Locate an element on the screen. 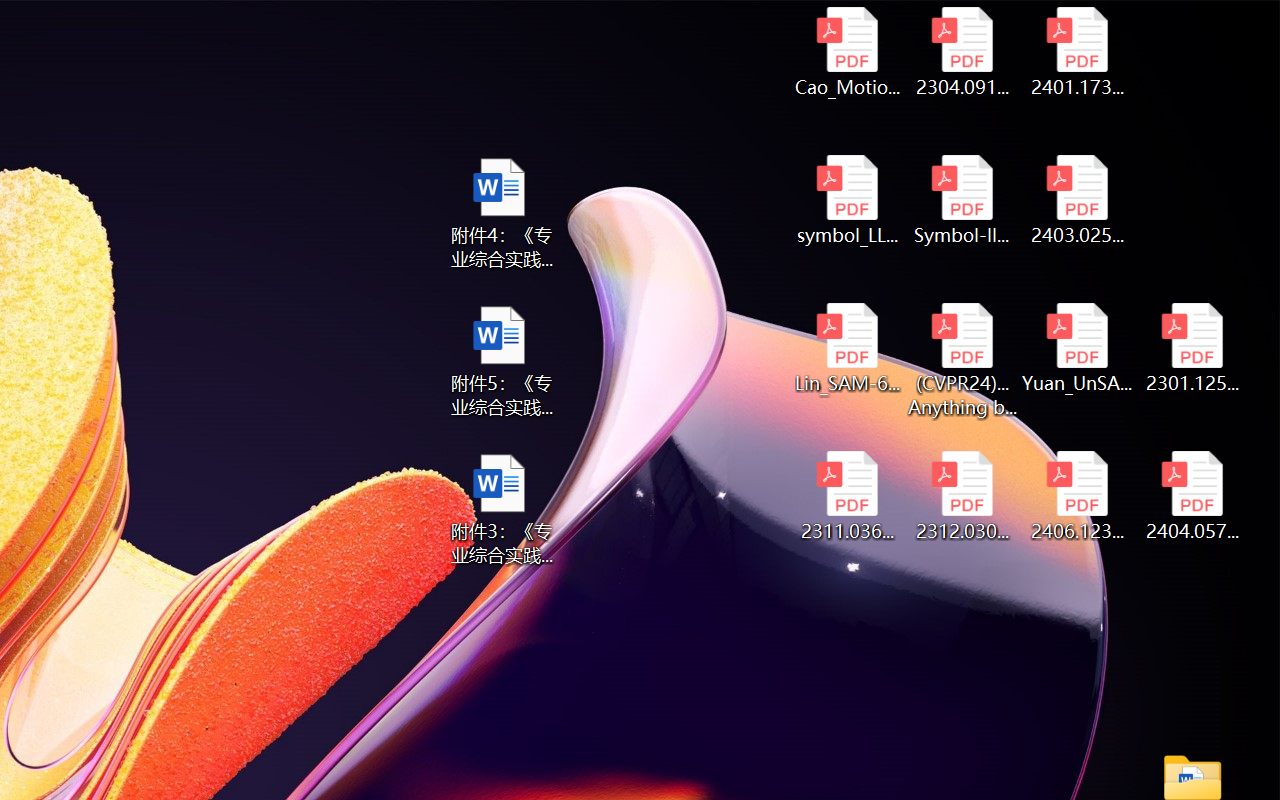 This screenshot has width=1280, height=800. 'symbol_LLM.pdf' is located at coordinates (847, 200).